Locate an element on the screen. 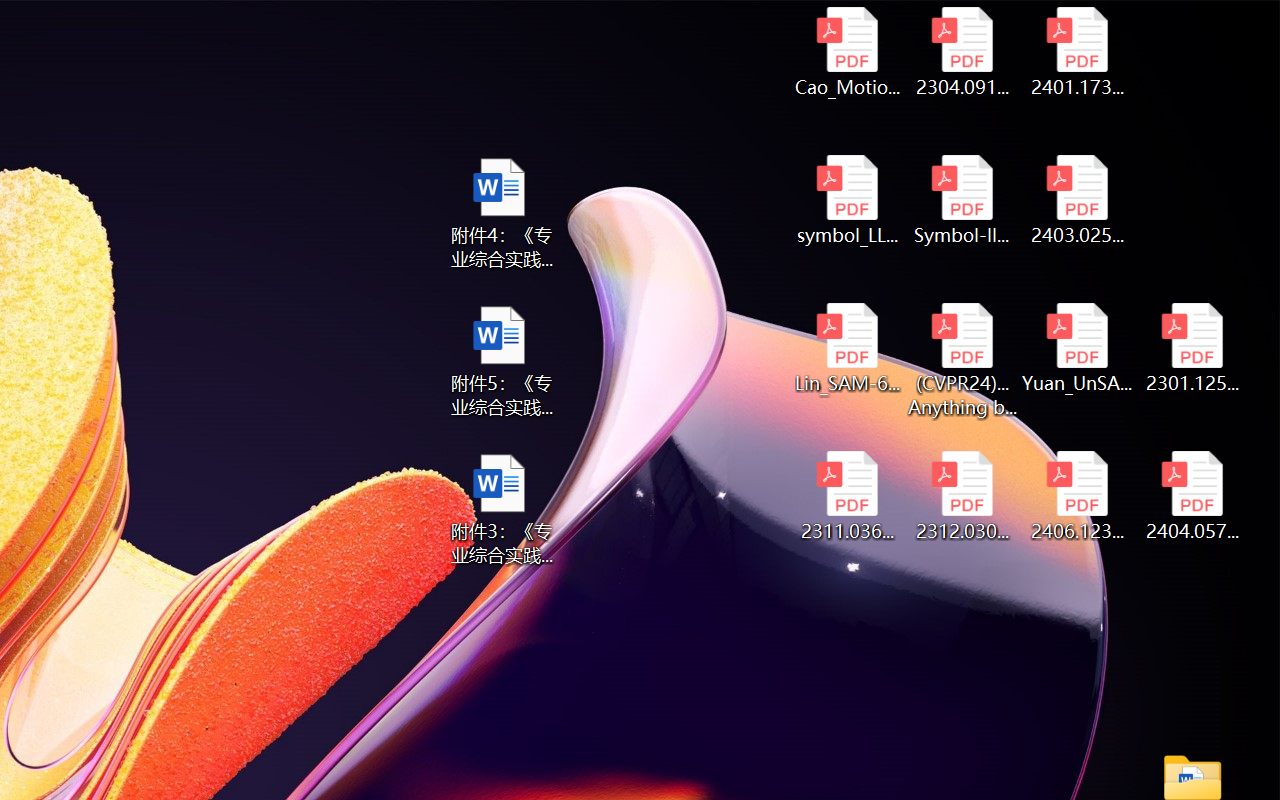 This screenshot has width=1280, height=800. 'symbol_LLM.pdf' is located at coordinates (847, 200).